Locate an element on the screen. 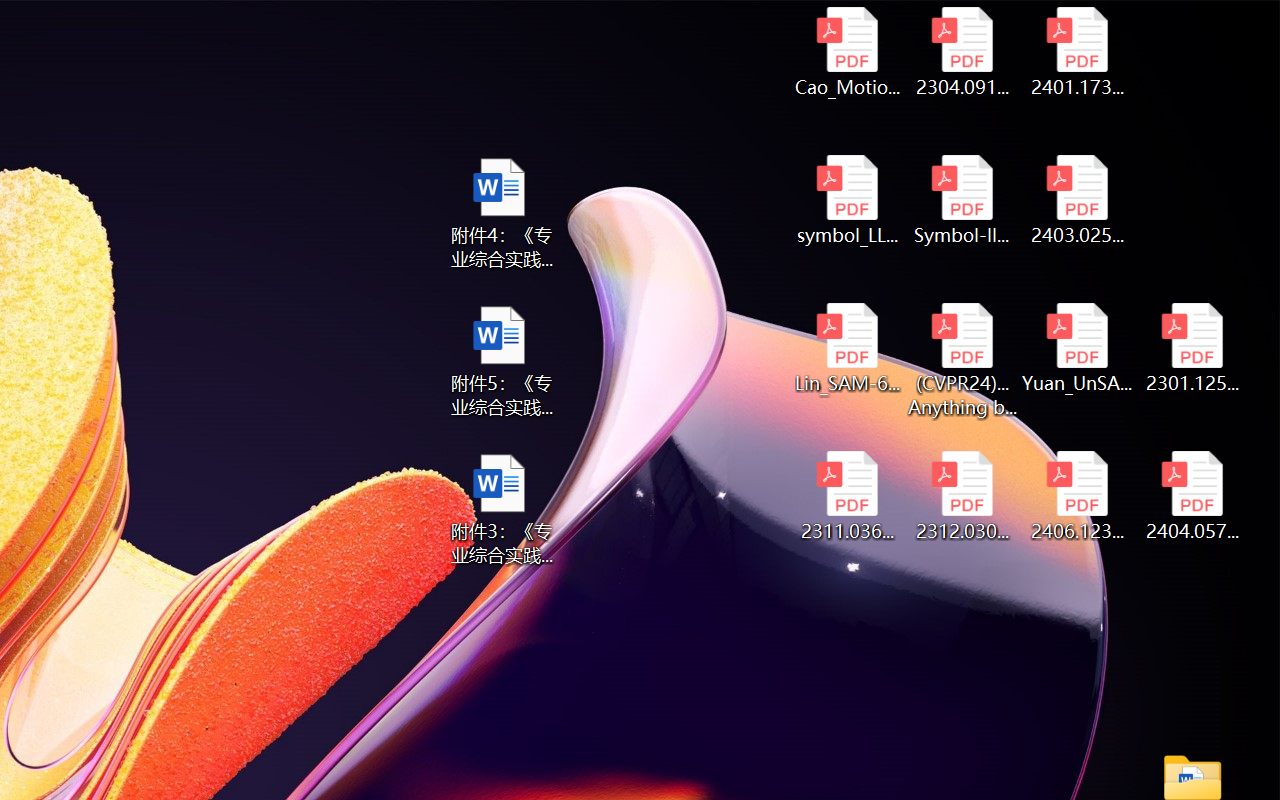 This screenshot has width=1280, height=800. 'symbol_LLM.pdf' is located at coordinates (847, 200).